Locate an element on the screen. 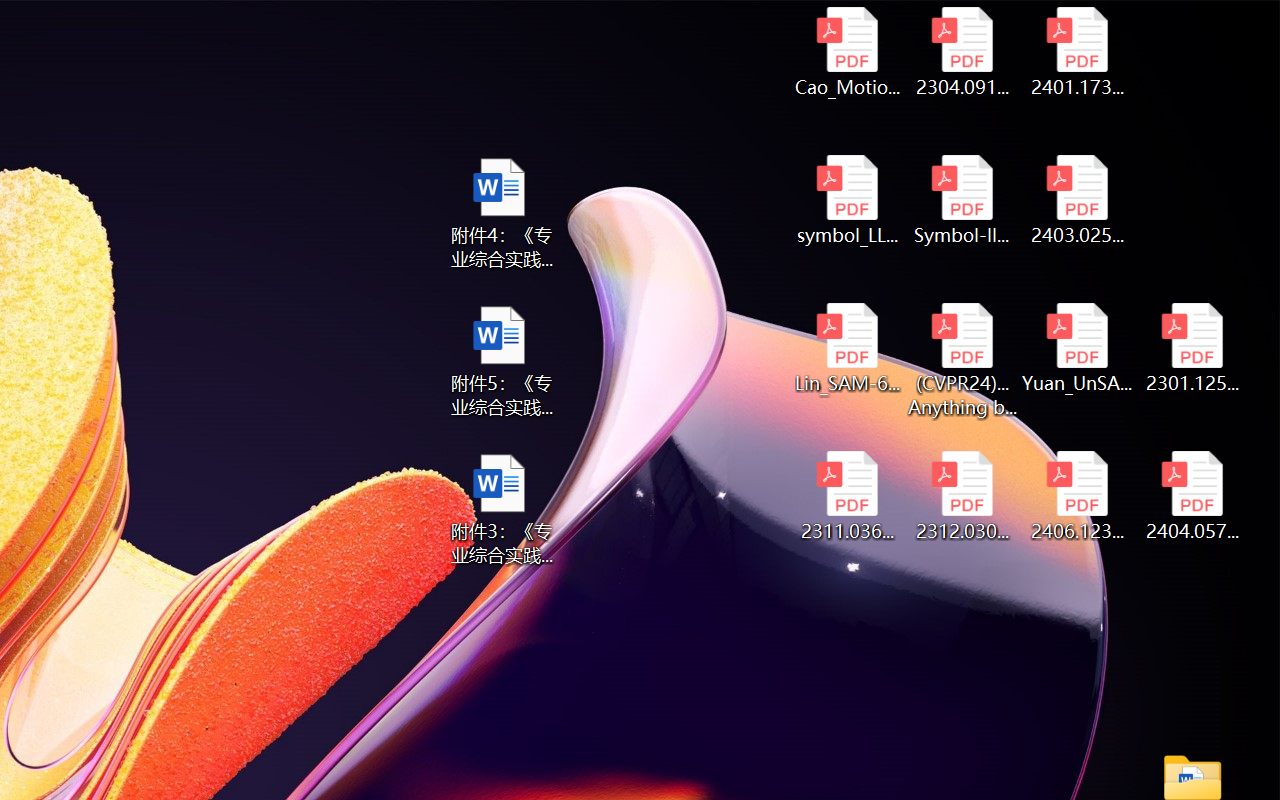 This screenshot has width=1280, height=800. 'symbol_LLM.pdf' is located at coordinates (847, 200).